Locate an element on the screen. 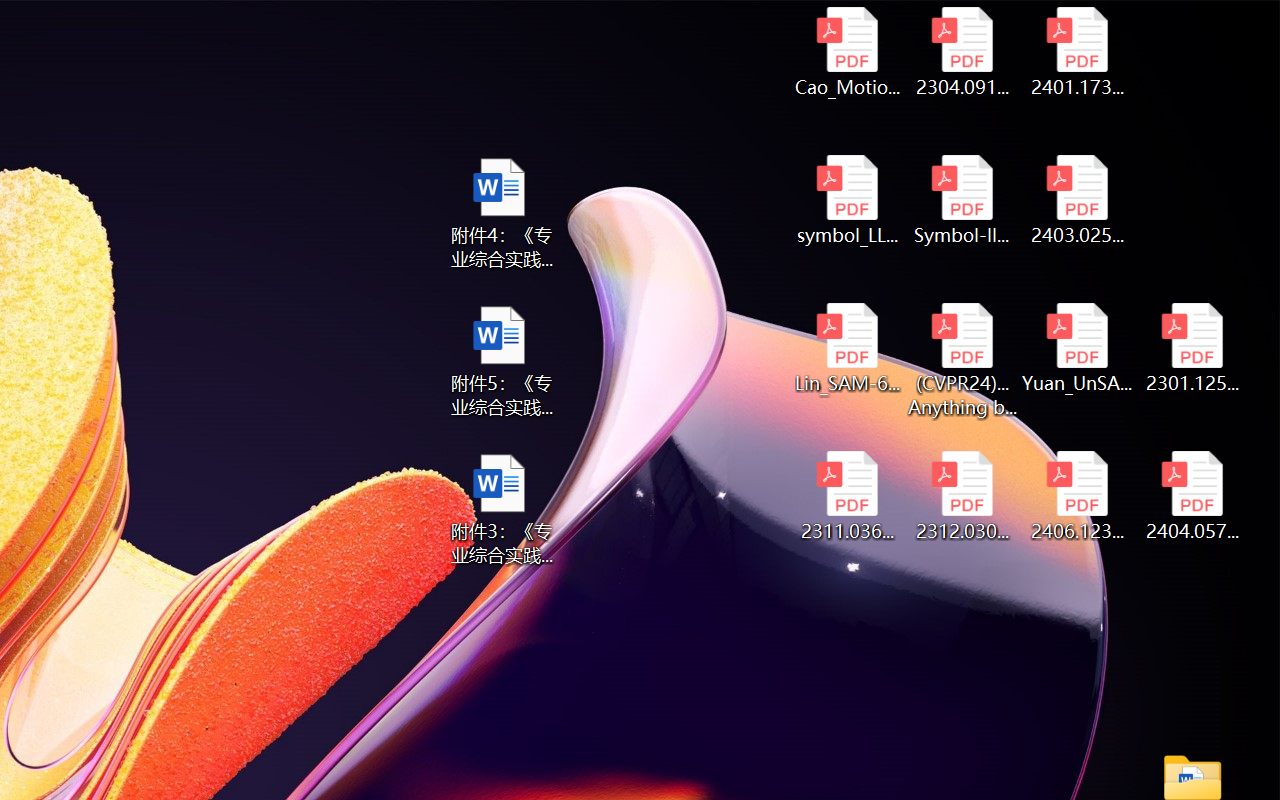 This screenshot has width=1280, height=800. 'symbol_LLM.pdf' is located at coordinates (847, 200).